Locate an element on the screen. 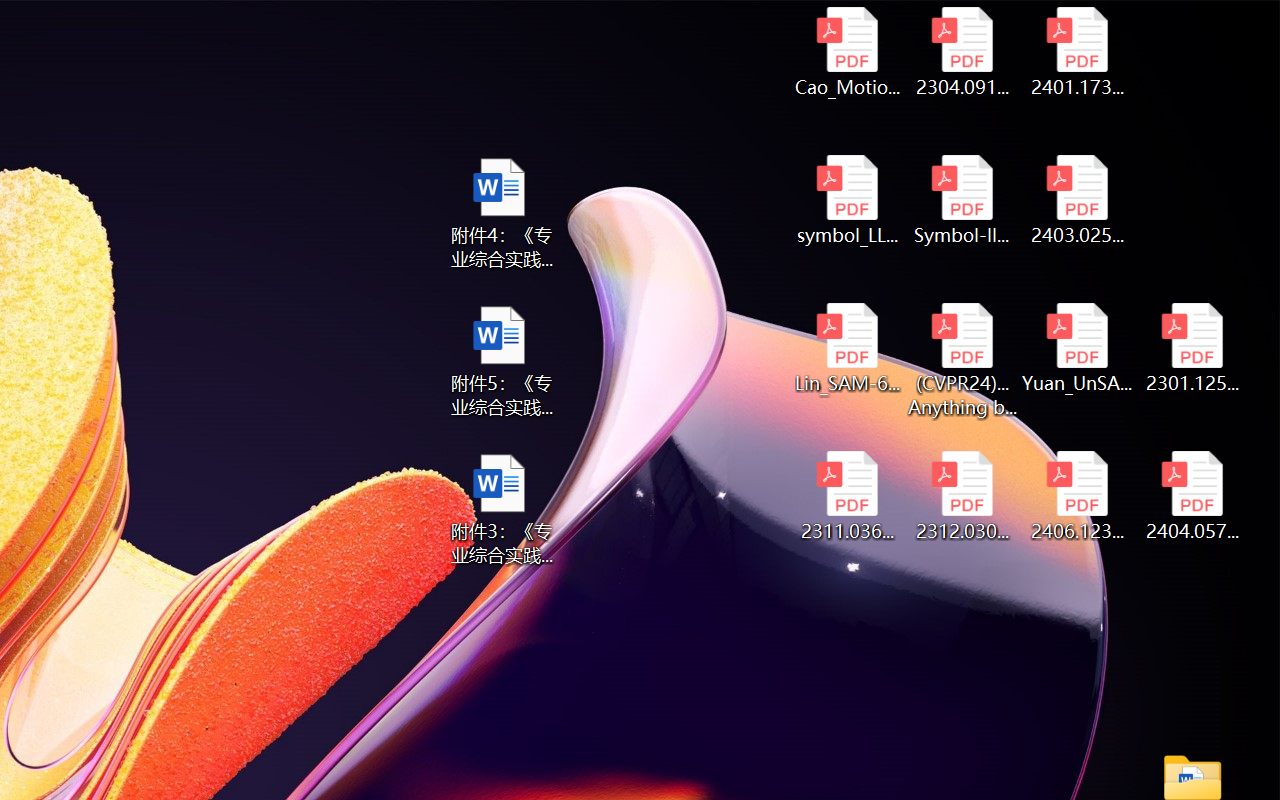 This screenshot has width=1280, height=800. 'symbol_LLM.pdf' is located at coordinates (847, 200).